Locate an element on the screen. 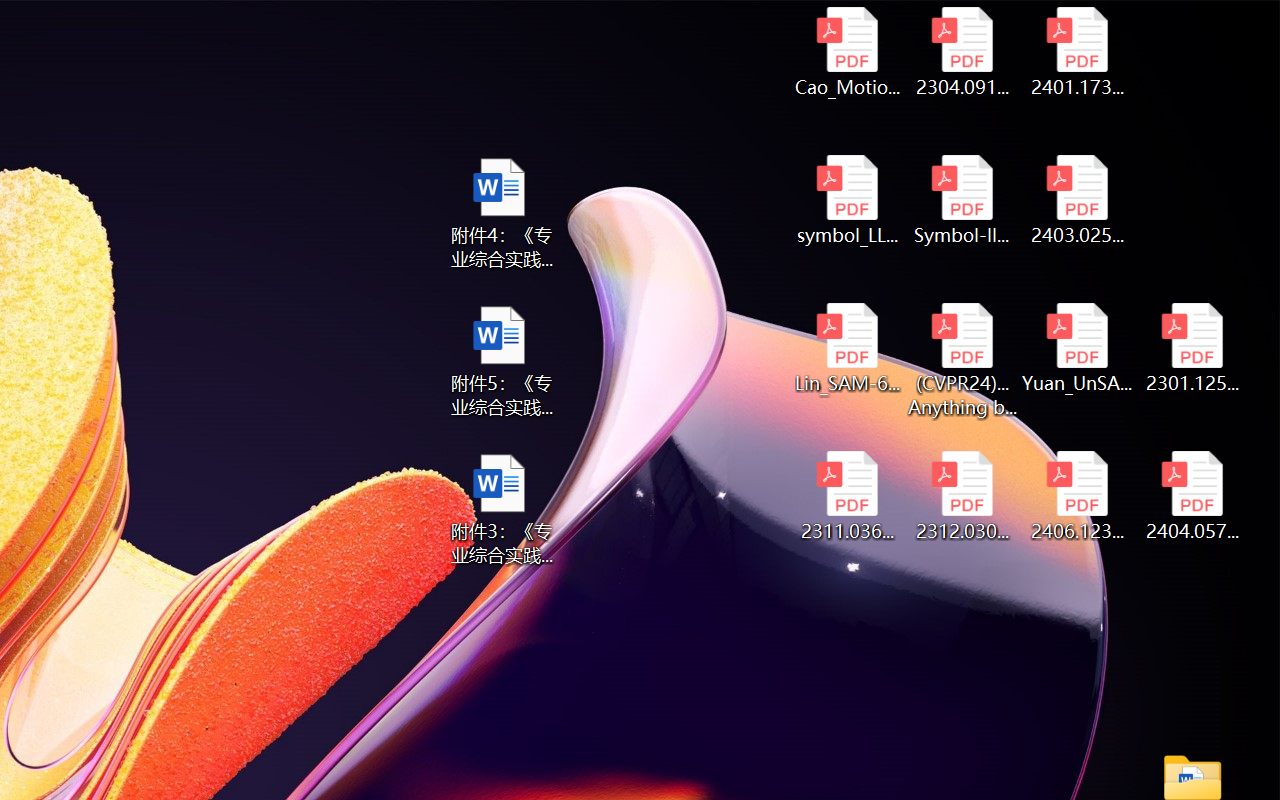 This screenshot has width=1280, height=800. 'symbol_LLM.pdf' is located at coordinates (847, 200).